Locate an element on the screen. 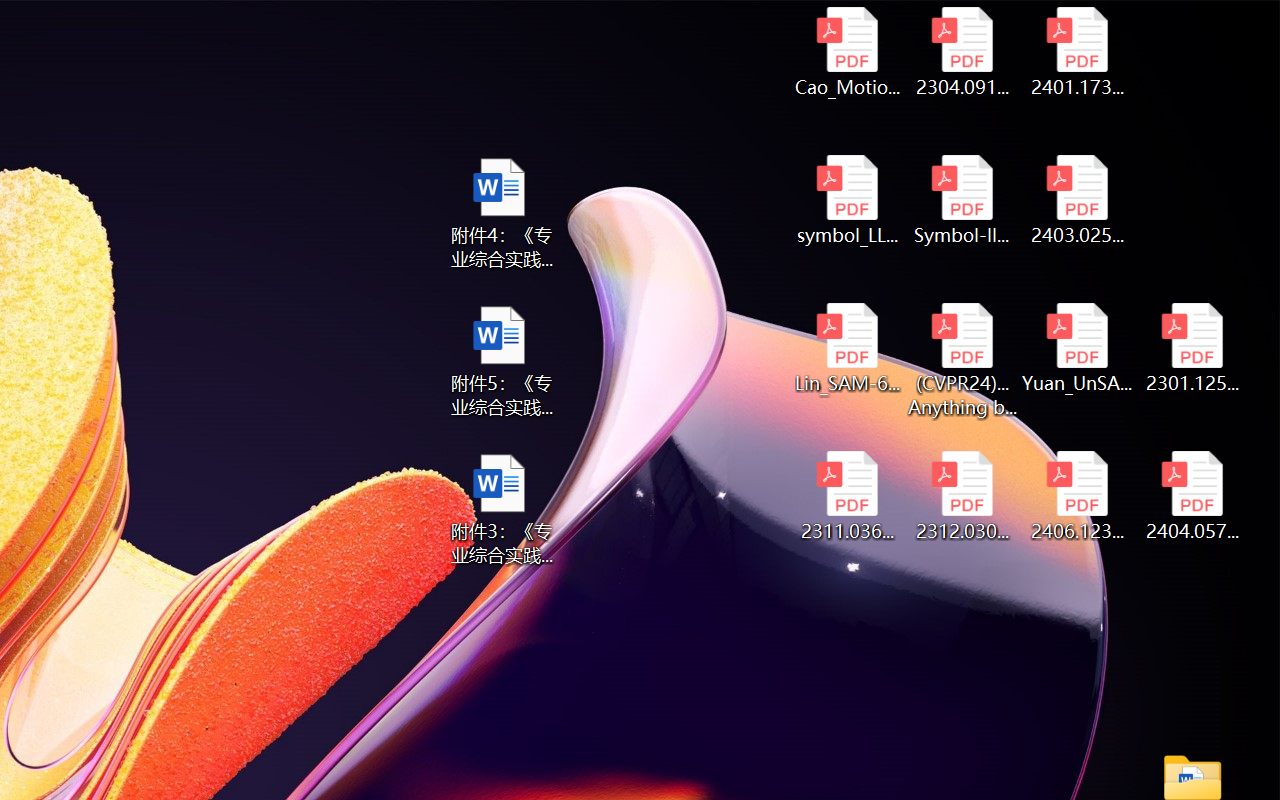 This screenshot has width=1280, height=800. 'symbol_LLM.pdf' is located at coordinates (847, 200).